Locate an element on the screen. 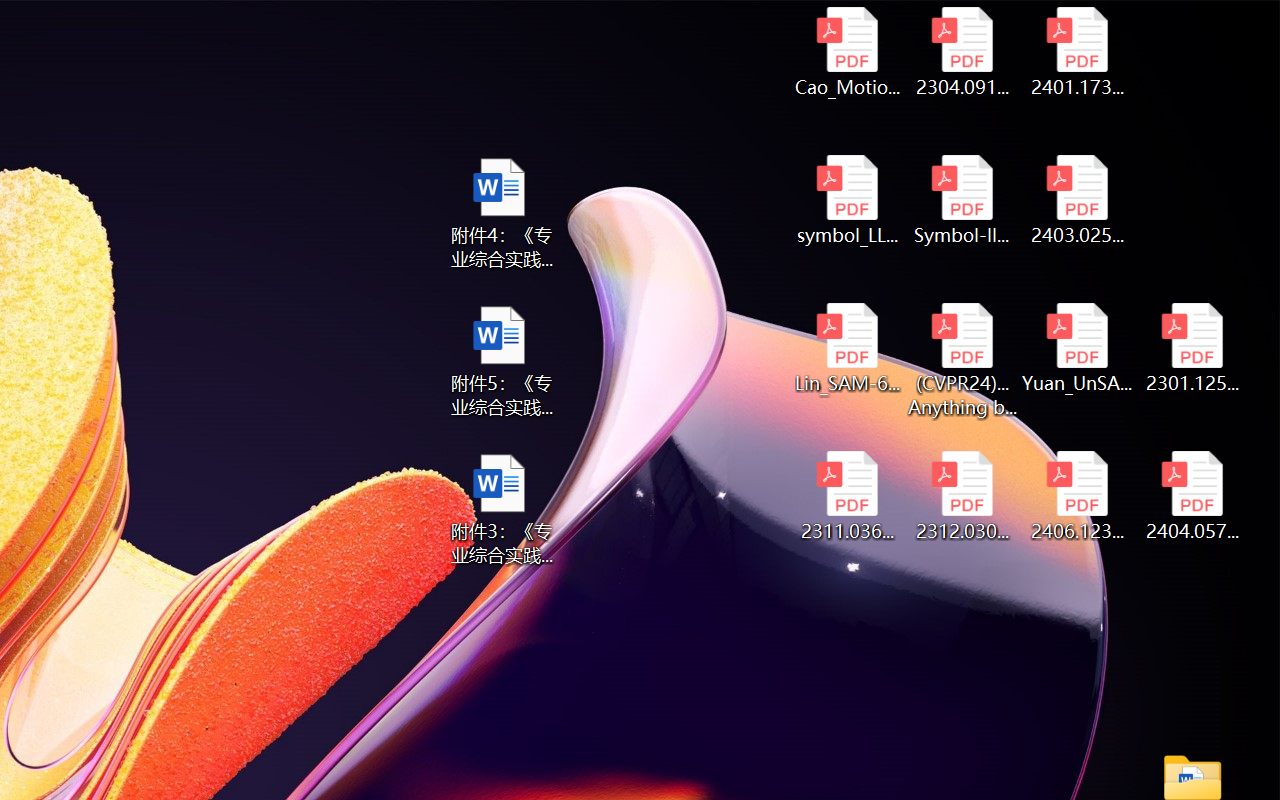 This screenshot has width=1280, height=800. 'symbol_LLM.pdf' is located at coordinates (847, 200).